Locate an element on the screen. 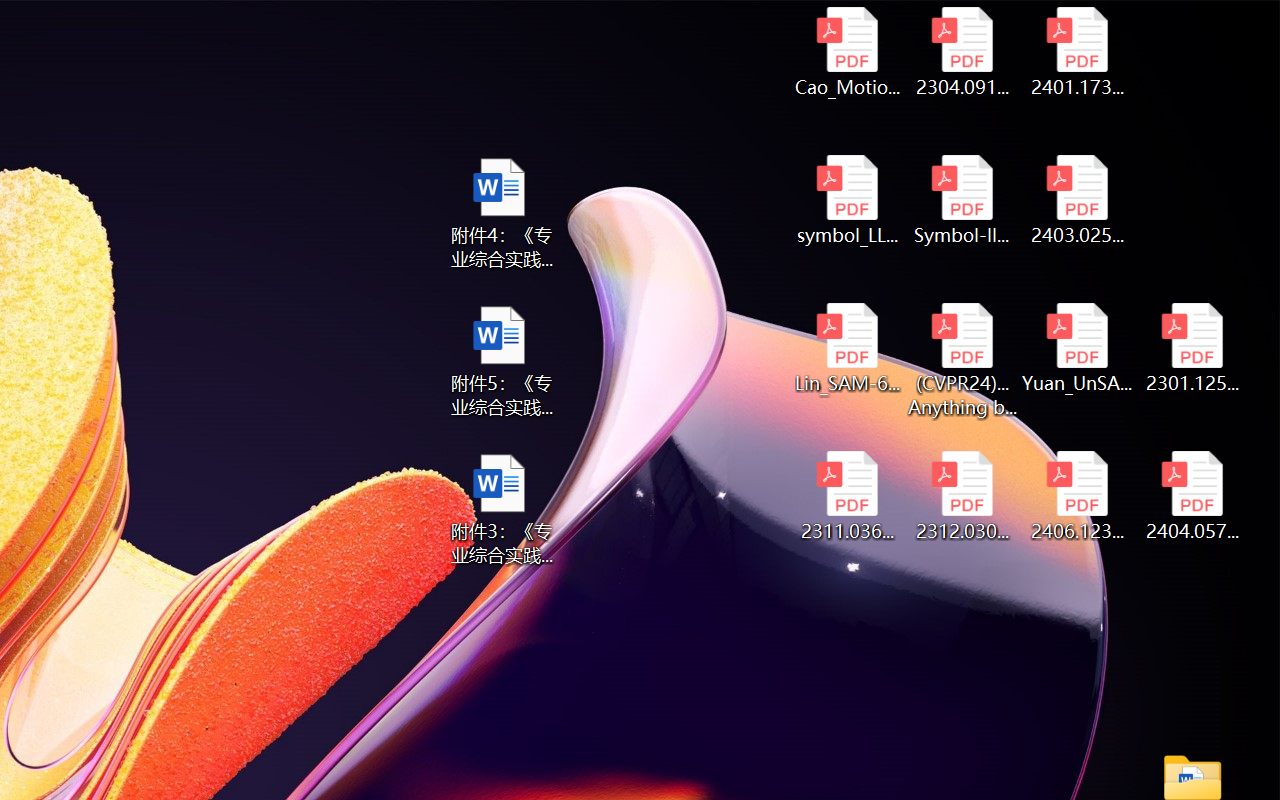 This screenshot has width=1280, height=800. 'symbol_LLM.pdf' is located at coordinates (847, 200).